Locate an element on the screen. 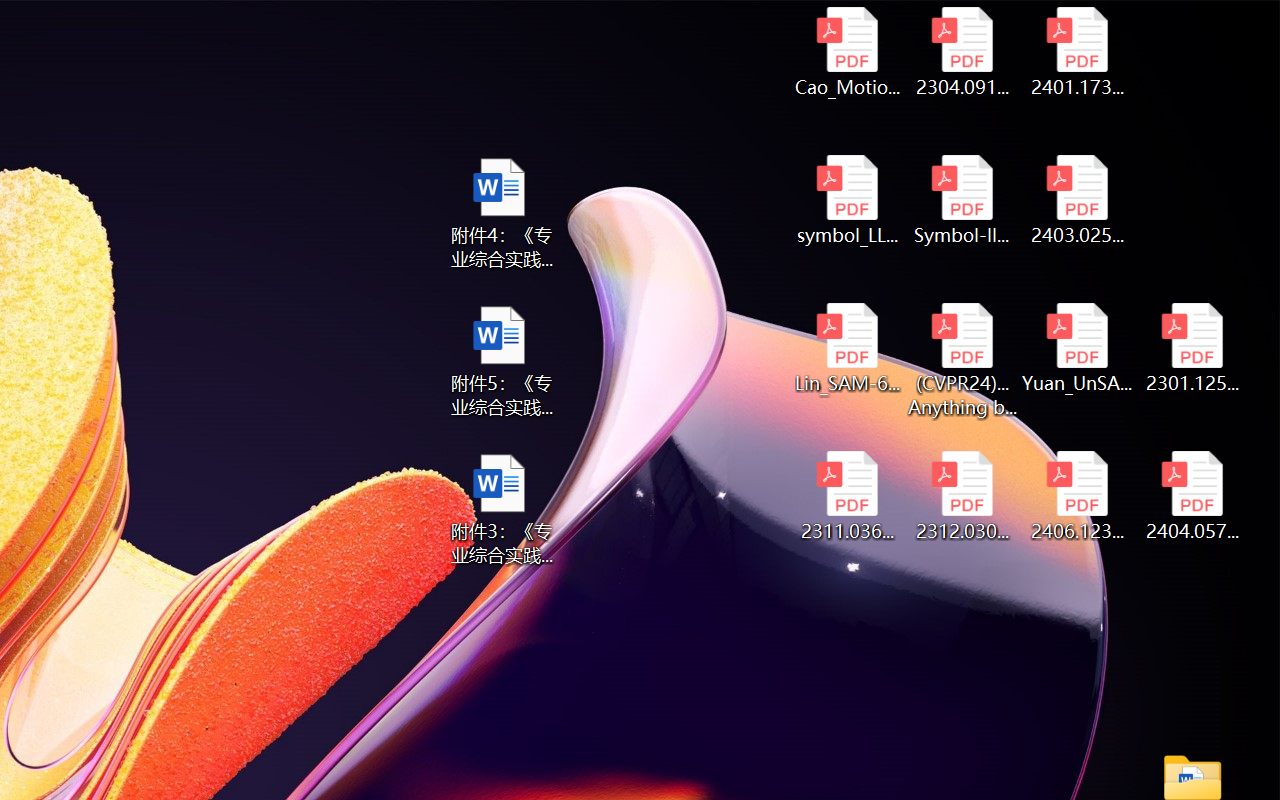 This screenshot has width=1280, height=800. 'symbol_LLM.pdf' is located at coordinates (847, 200).